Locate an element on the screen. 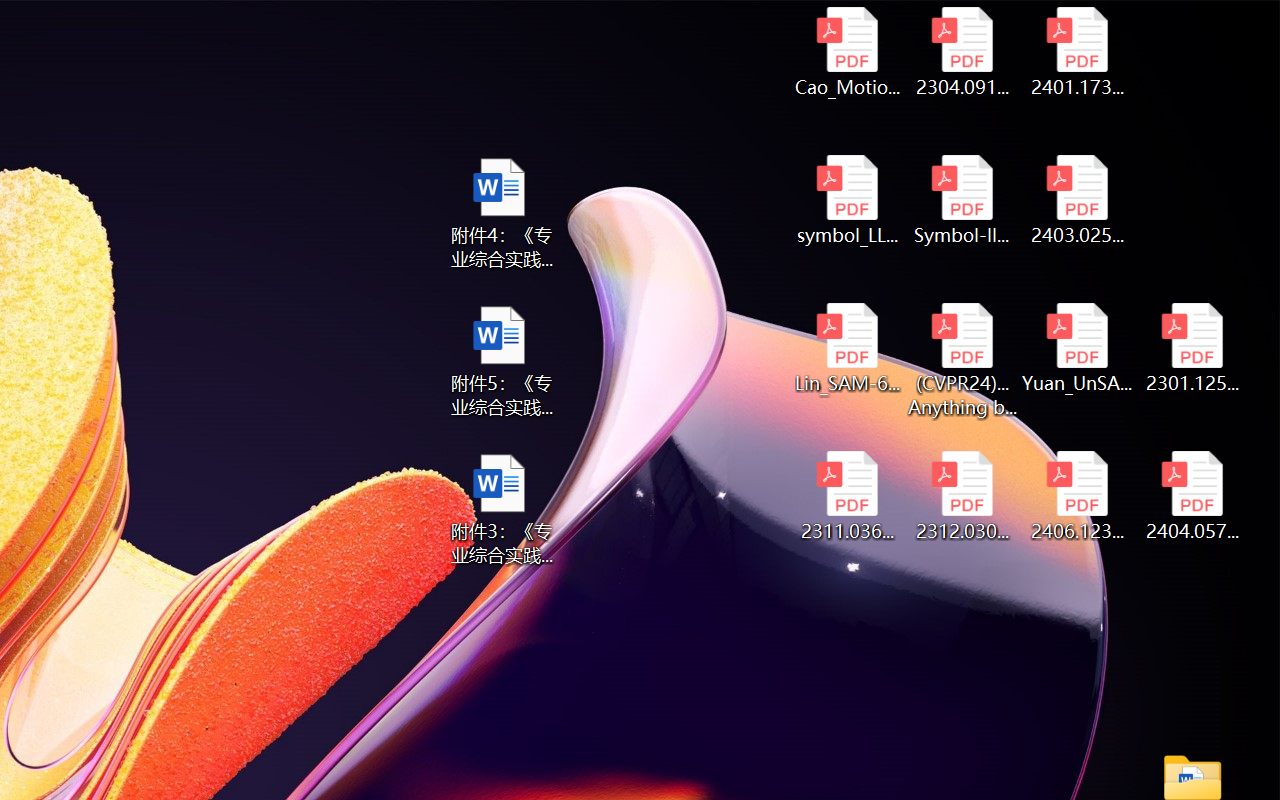 This screenshot has width=1280, height=800. 'symbol_LLM.pdf' is located at coordinates (847, 200).